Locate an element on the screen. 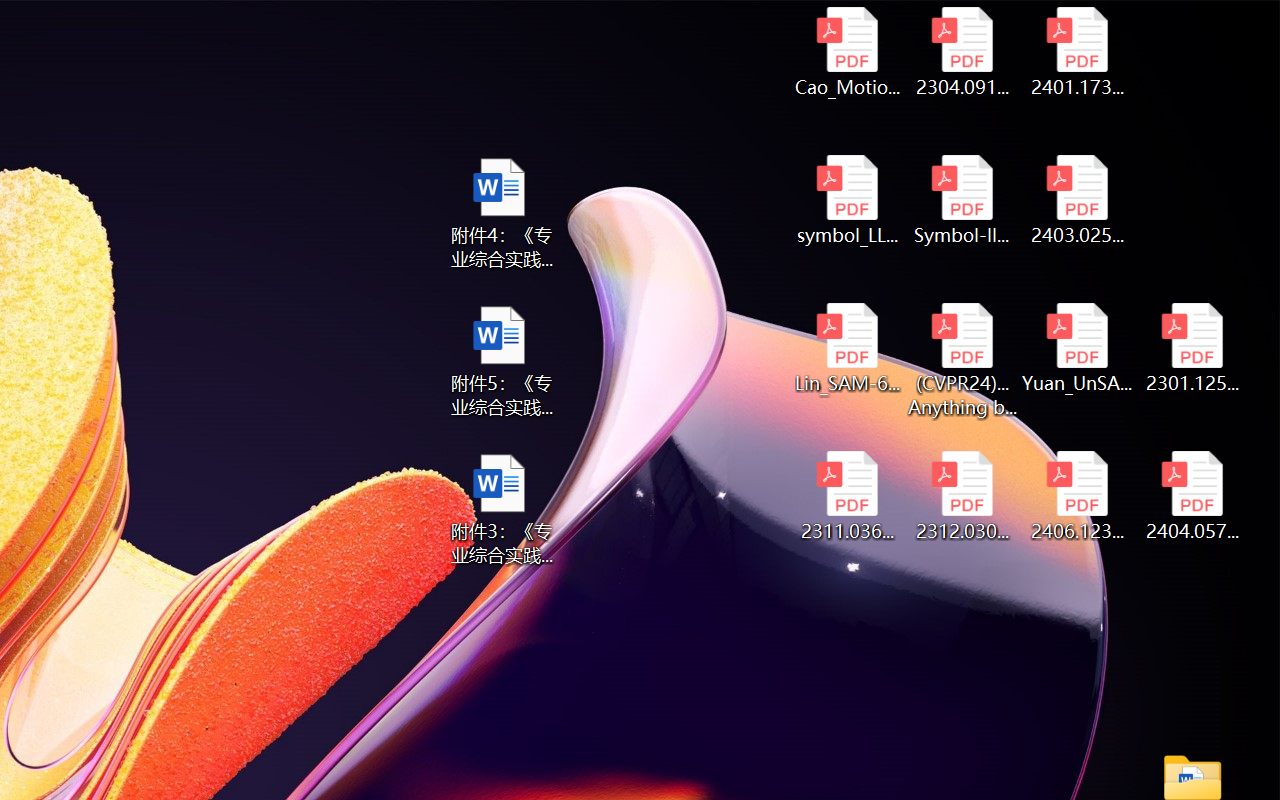 This screenshot has width=1280, height=800. 'symbol_LLM.pdf' is located at coordinates (847, 200).